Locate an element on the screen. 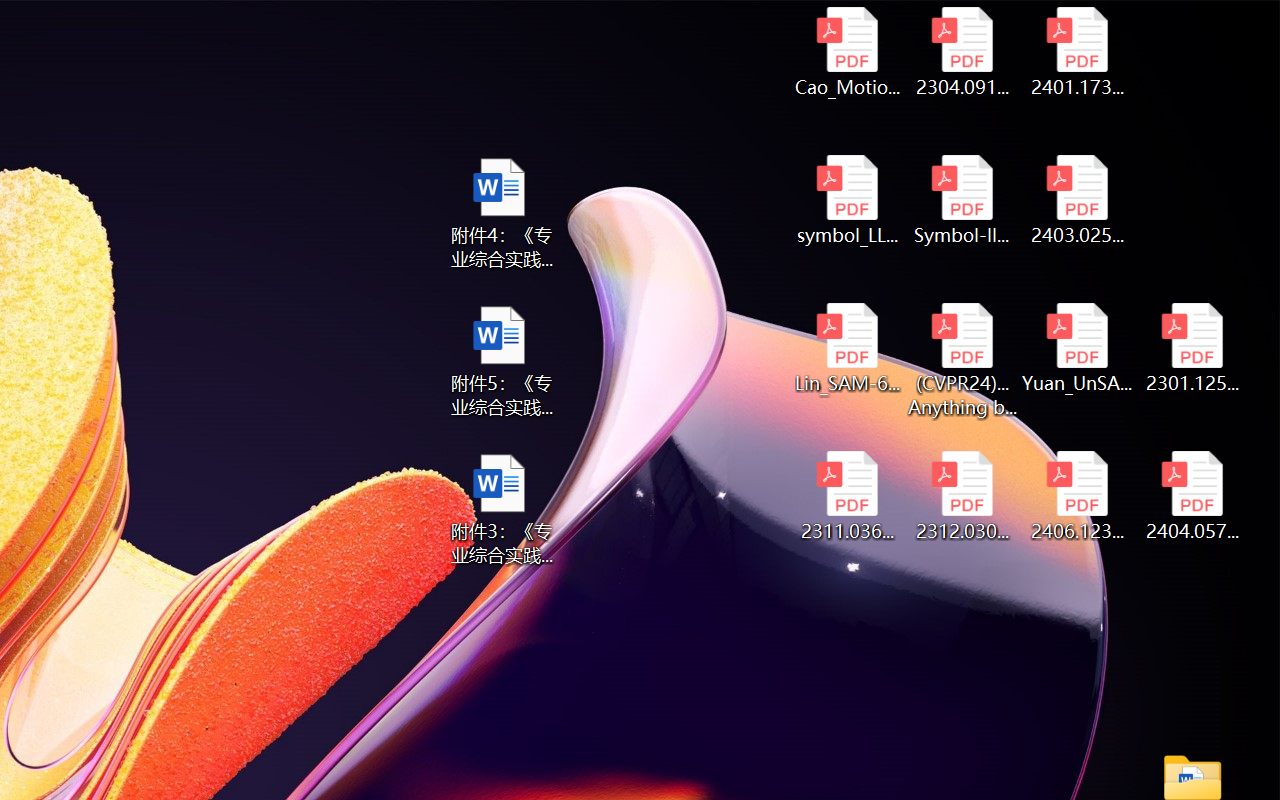 This screenshot has width=1280, height=800. 'symbol_LLM.pdf' is located at coordinates (847, 200).